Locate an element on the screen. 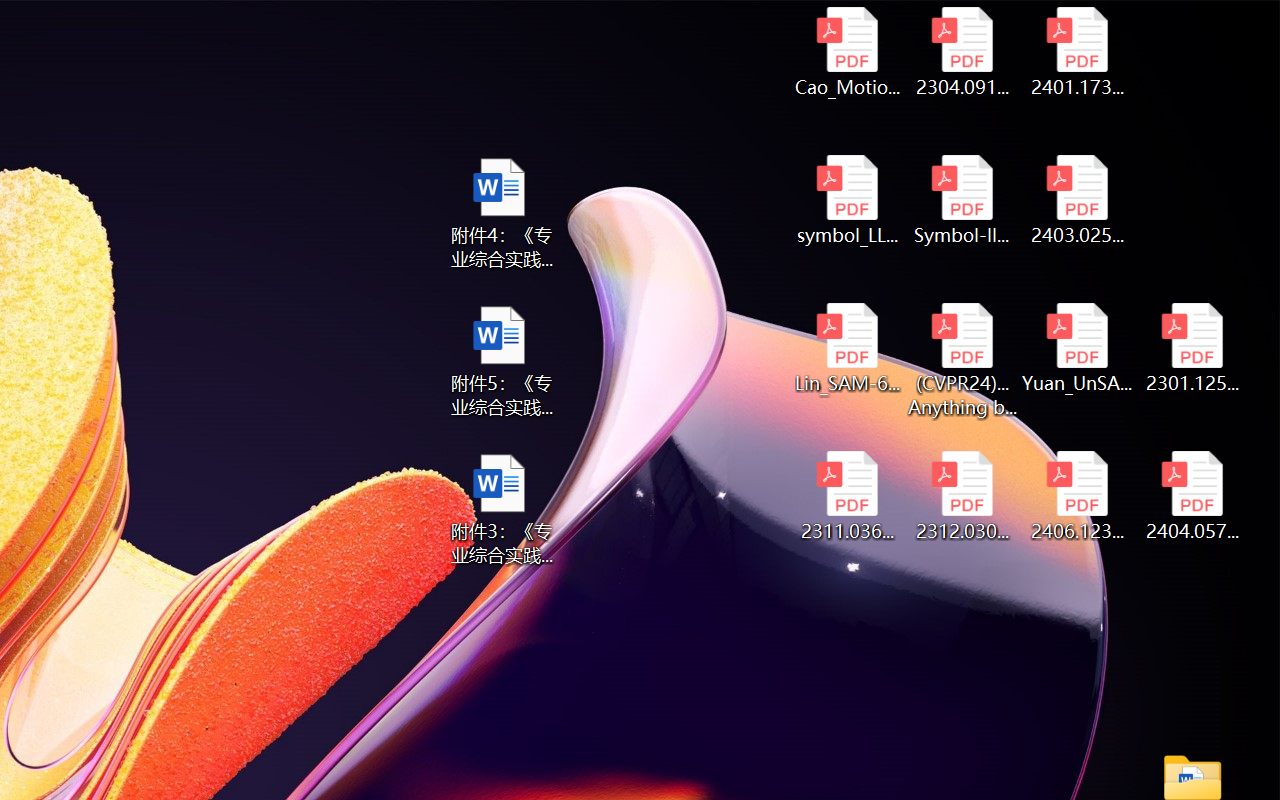 This screenshot has width=1280, height=800. 'symbol_LLM.pdf' is located at coordinates (847, 200).